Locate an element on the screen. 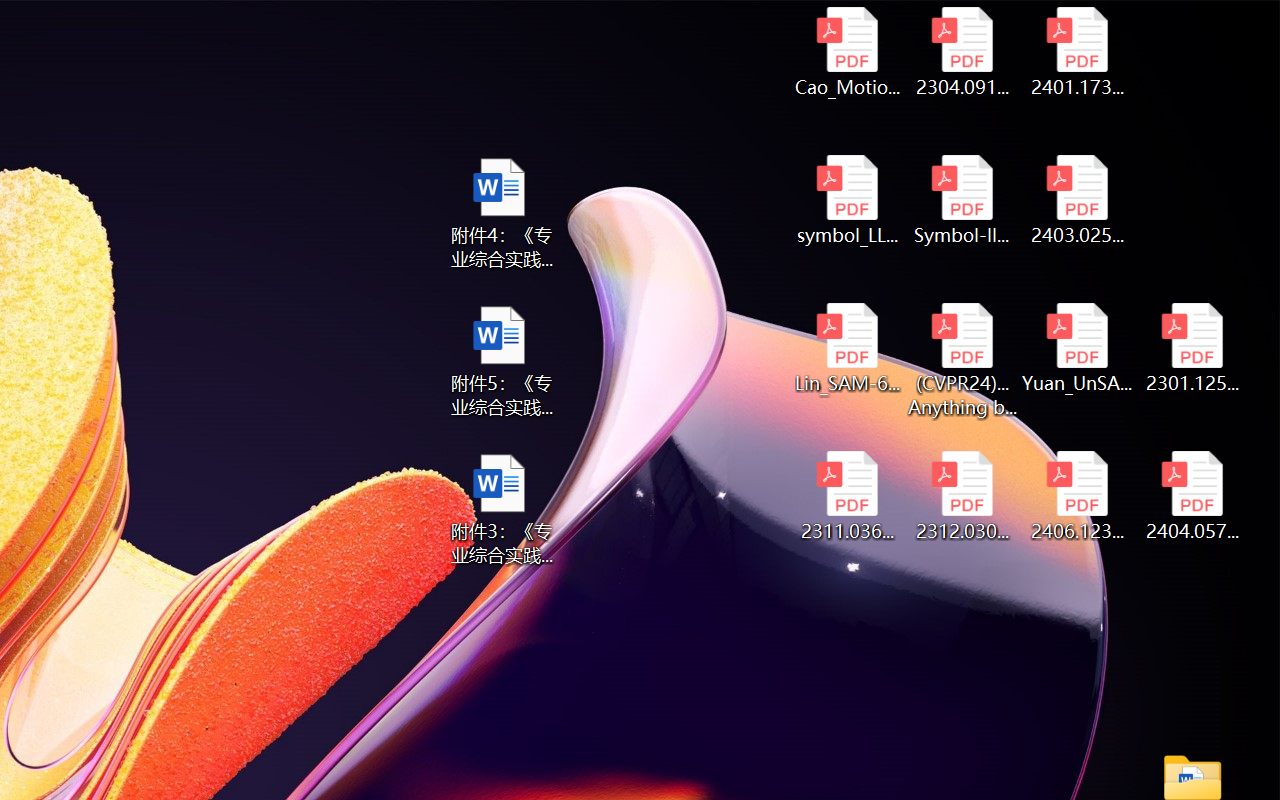 This screenshot has width=1280, height=800. 'symbol_LLM.pdf' is located at coordinates (847, 200).